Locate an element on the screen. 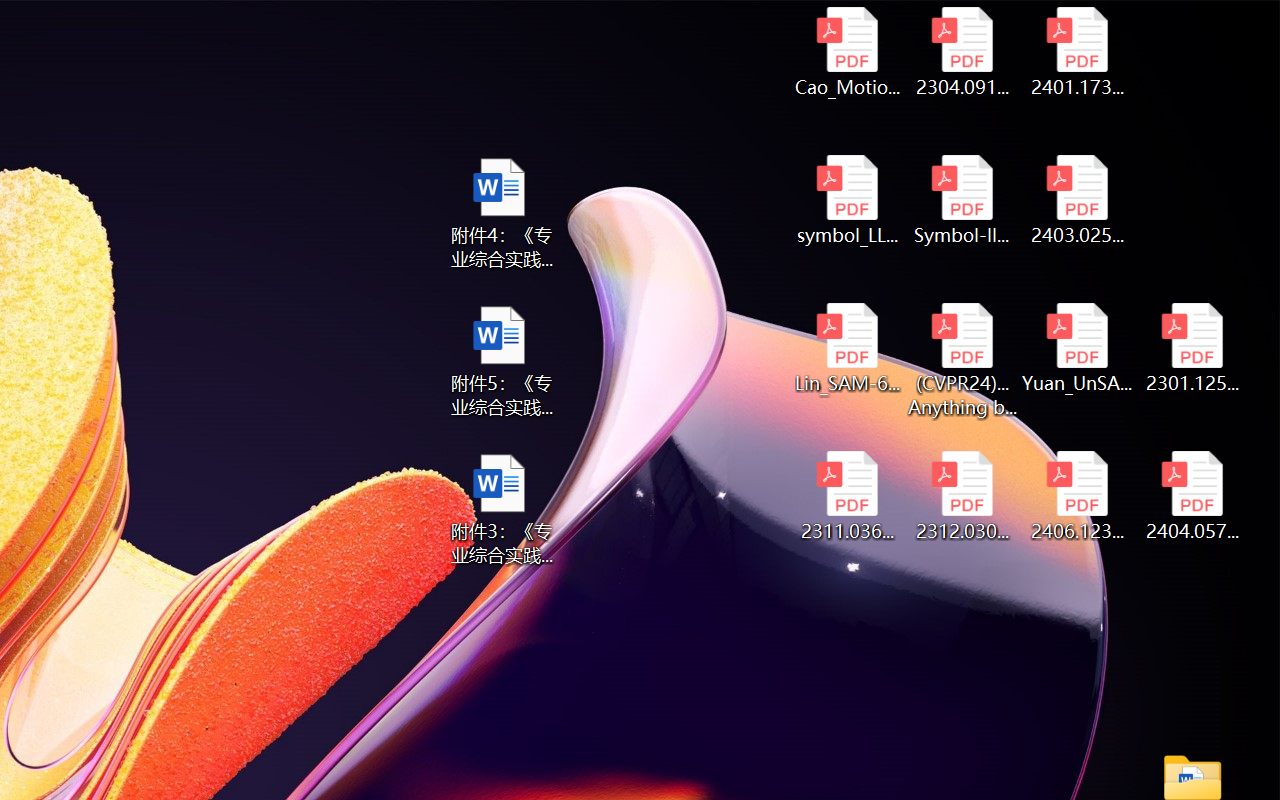 This screenshot has width=1280, height=800. 'symbol_LLM.pdf' is located at coordinates (847, 200).